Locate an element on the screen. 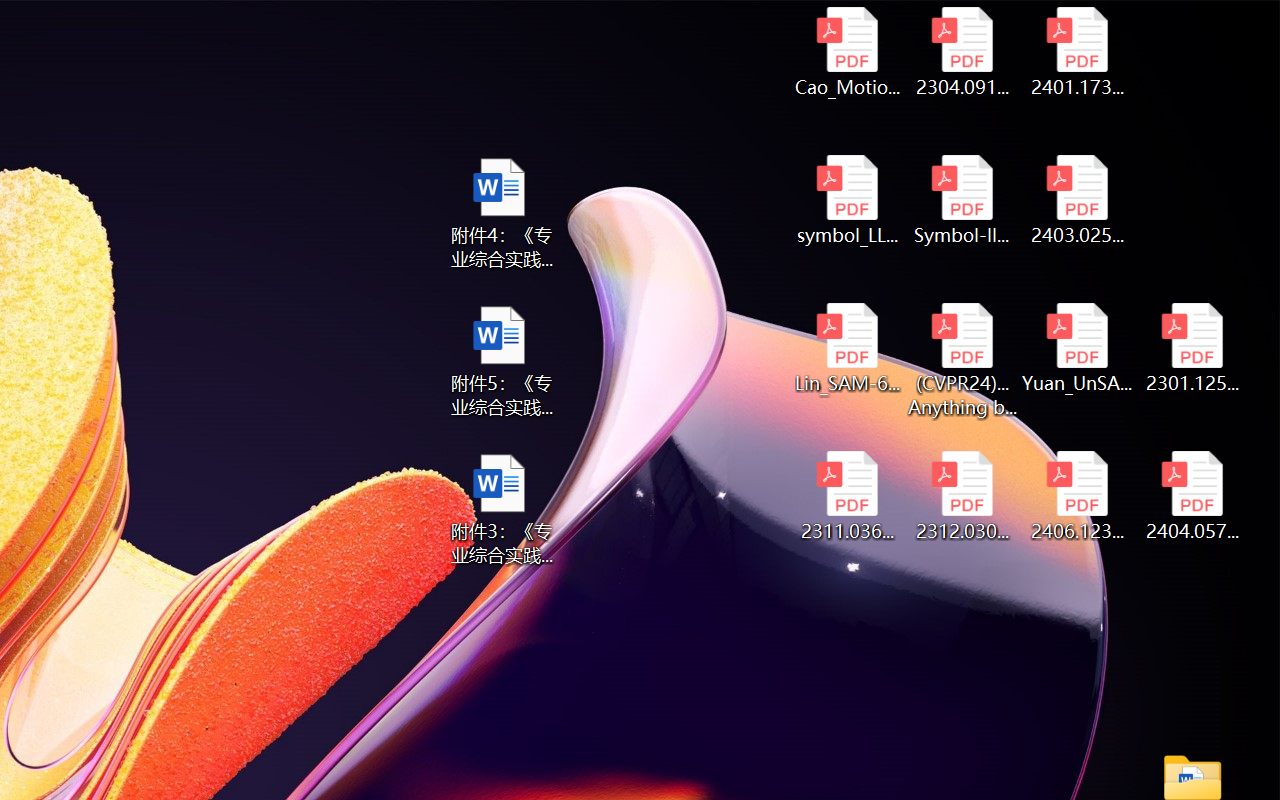 This screenshot has width=1280, height=800. 'symbol_LLM.pdf' is located at coordinates (847, 200).